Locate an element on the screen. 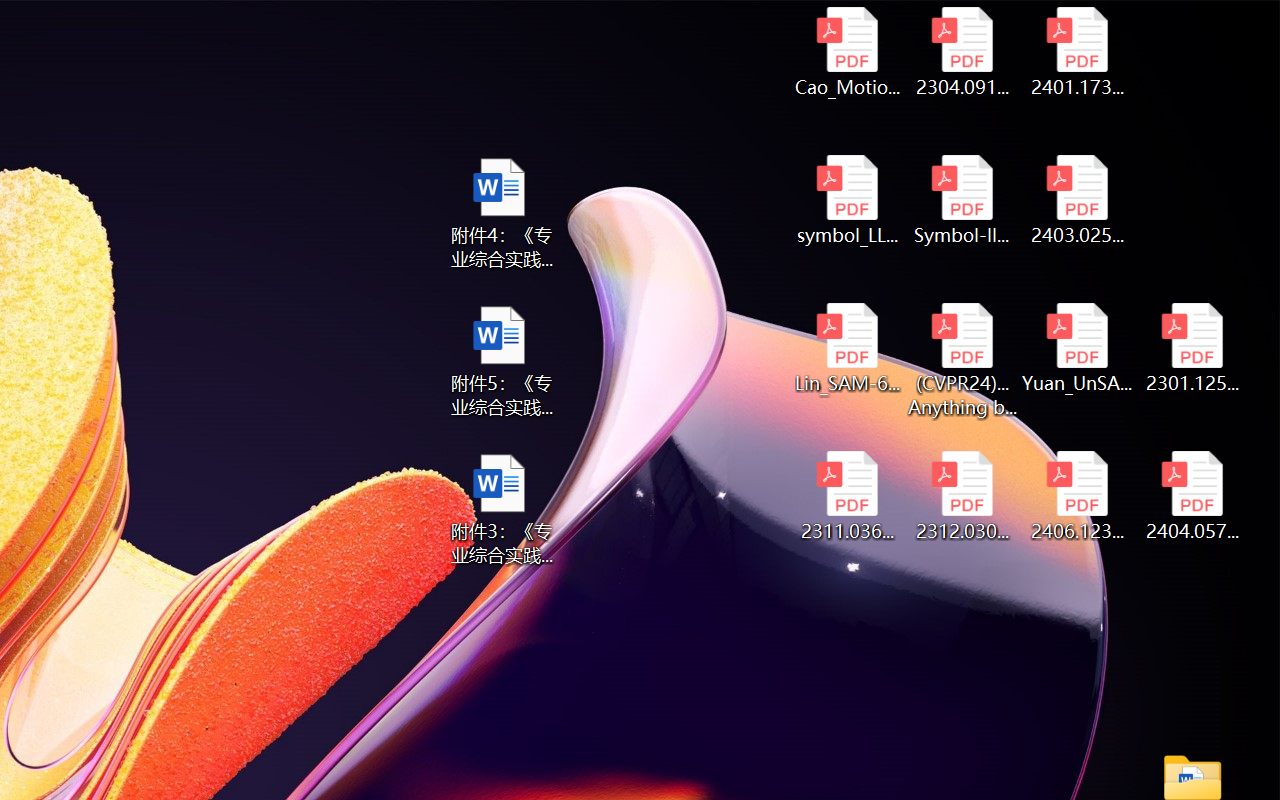 This screenshot has width=1280, height=800. 'symbol_LLM.pdf' is located at coordinates (847, 200).